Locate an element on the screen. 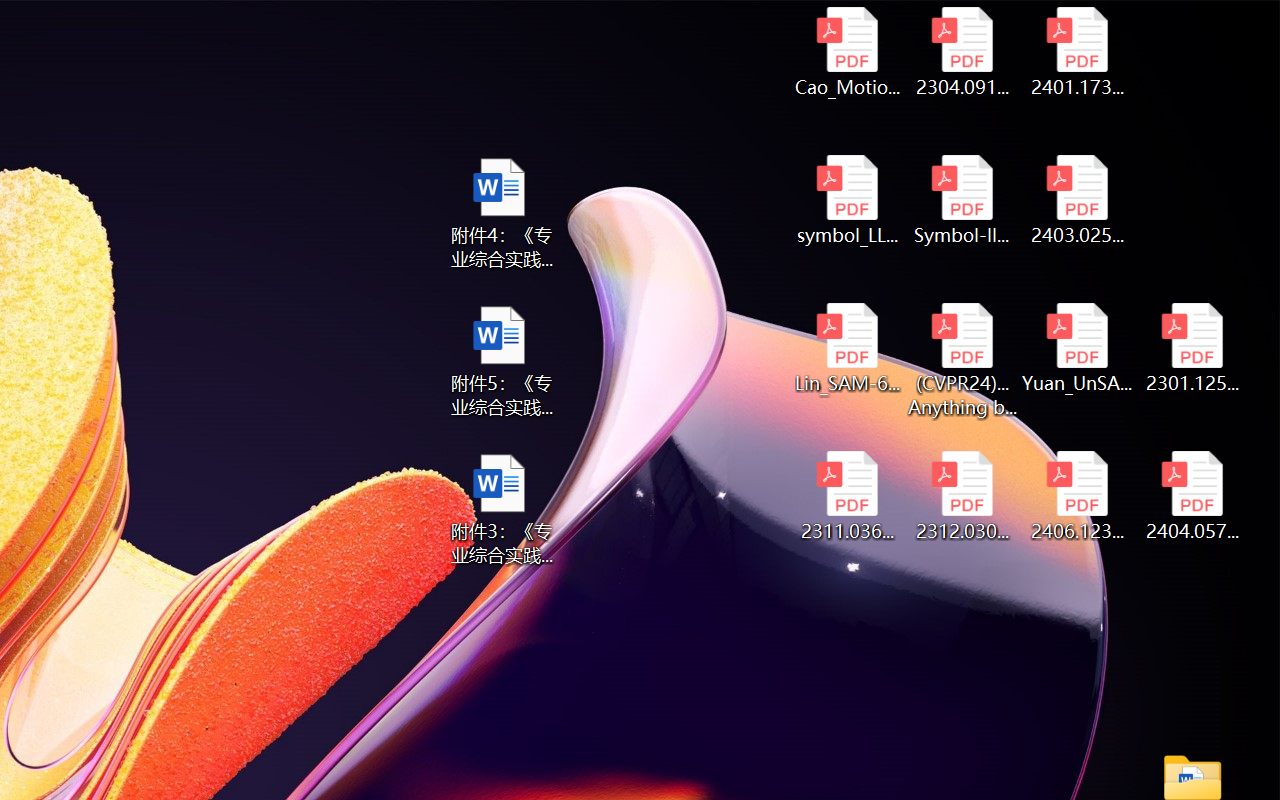 This screenshot has width=1280, height=800. 'symbol_LLM.pdf' is located at coordinates (847, 200).